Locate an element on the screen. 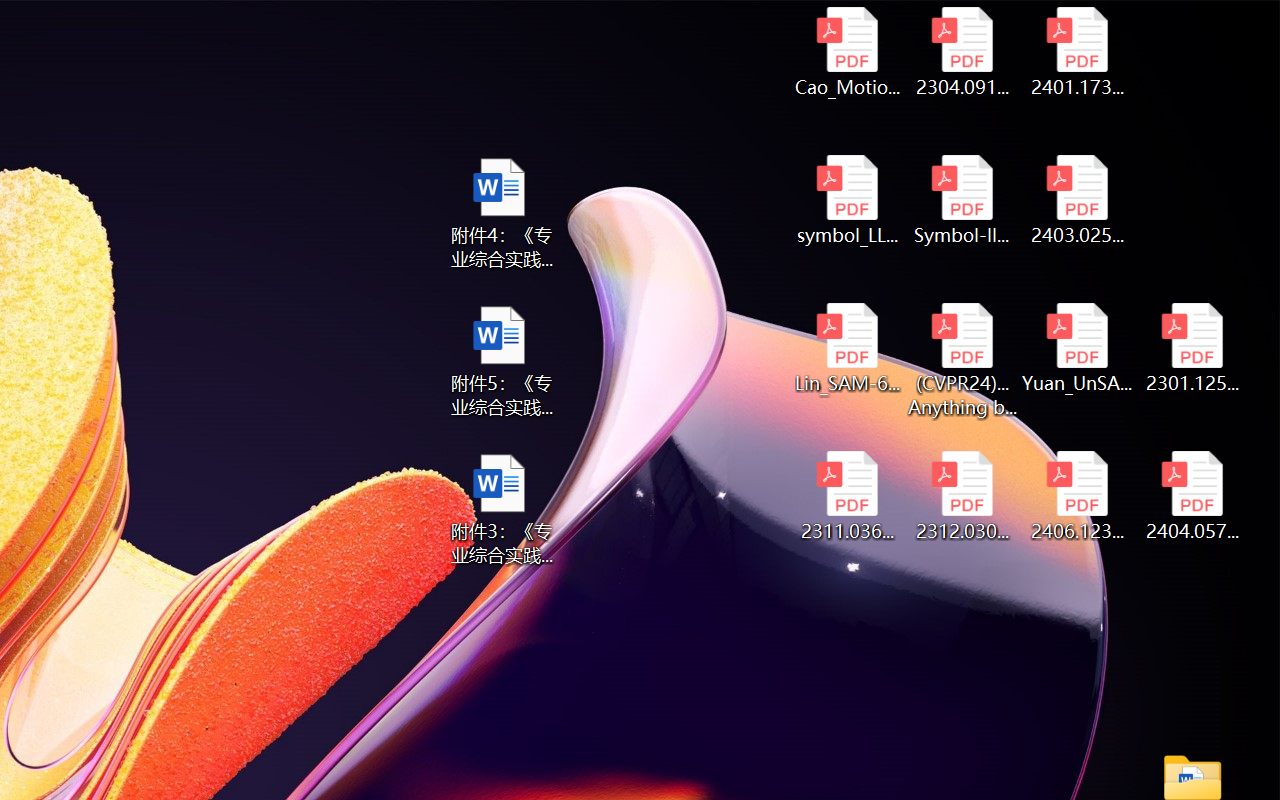 This screenshot has width=1280, height=800. 'symbol_LLM.pdf' is located at coordinates (847, 200).